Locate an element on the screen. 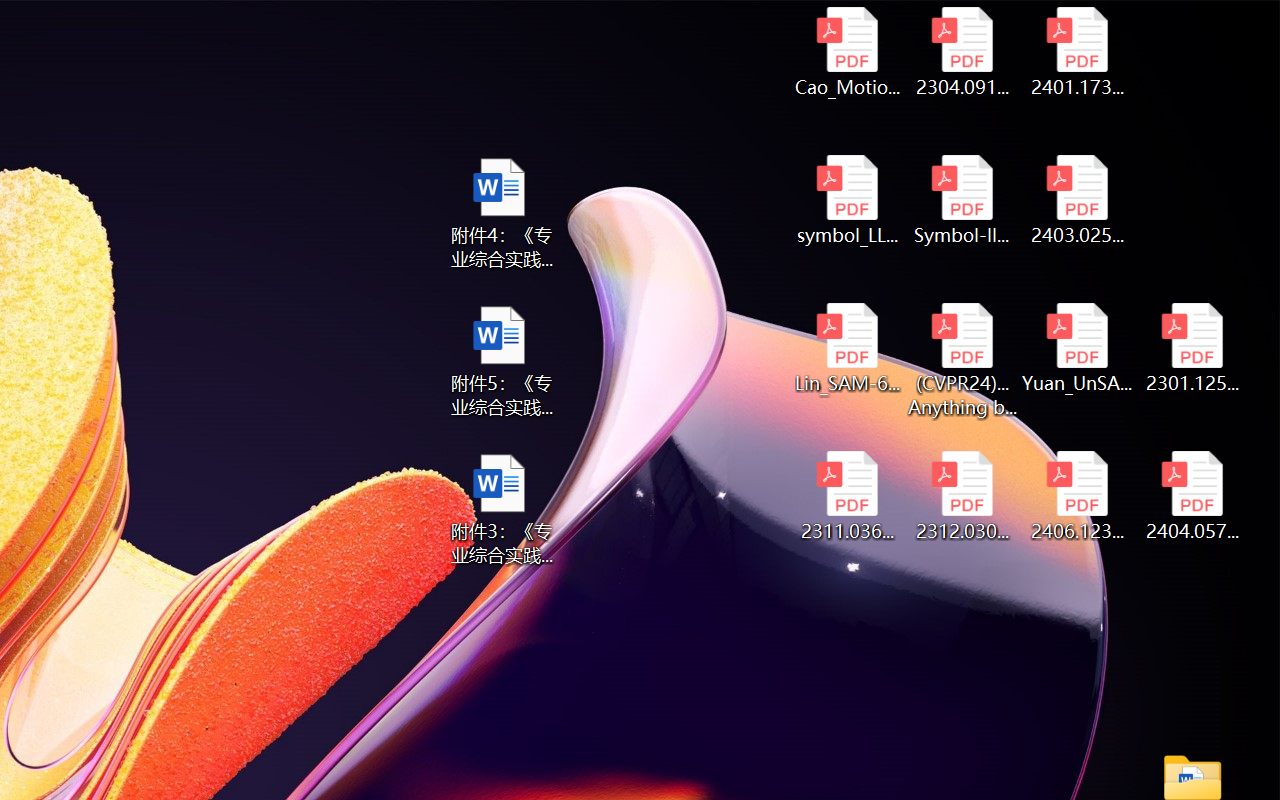 This screenshot has width=1280, height=800. 'symbol_LLM.pdf' is located at coordinates (847, 200).